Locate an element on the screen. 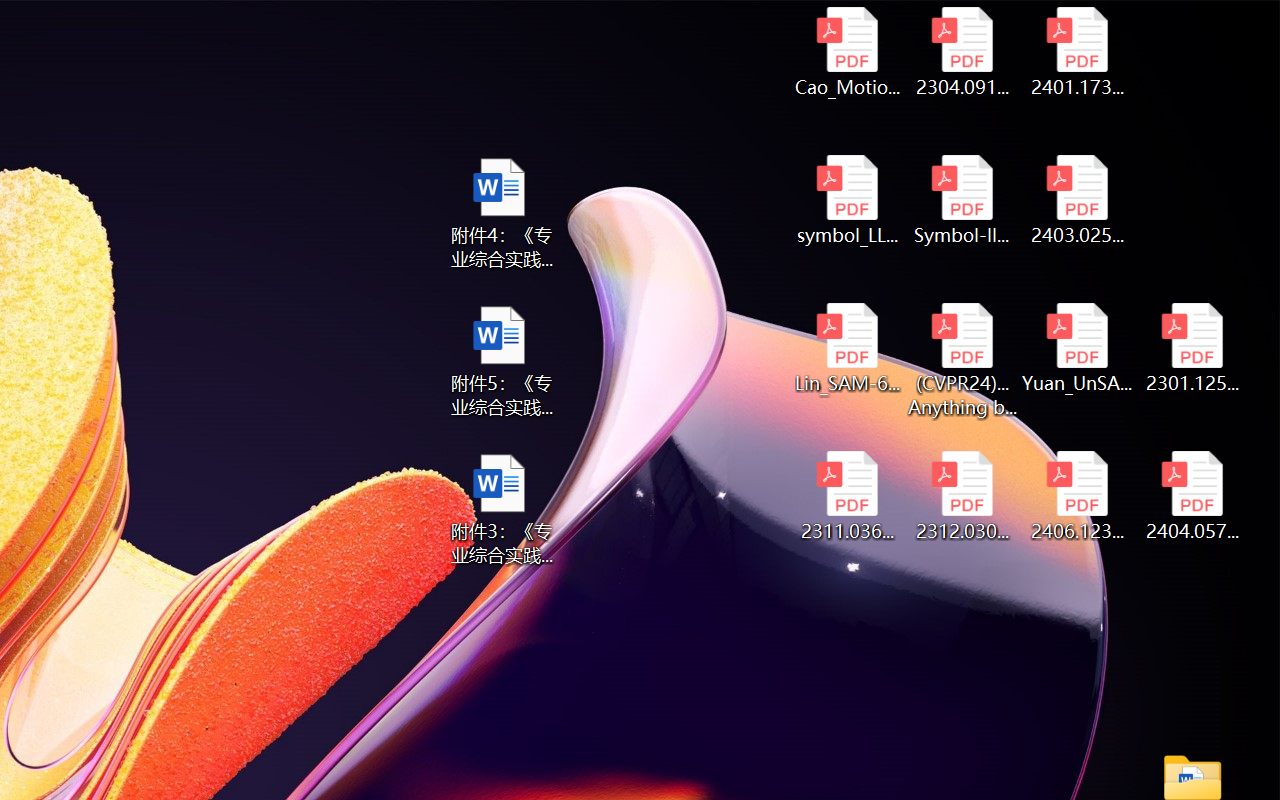 This screenshot has width=1280, height=800. 'symbol_LLM.pdf' is located at coordinates (847, 200).